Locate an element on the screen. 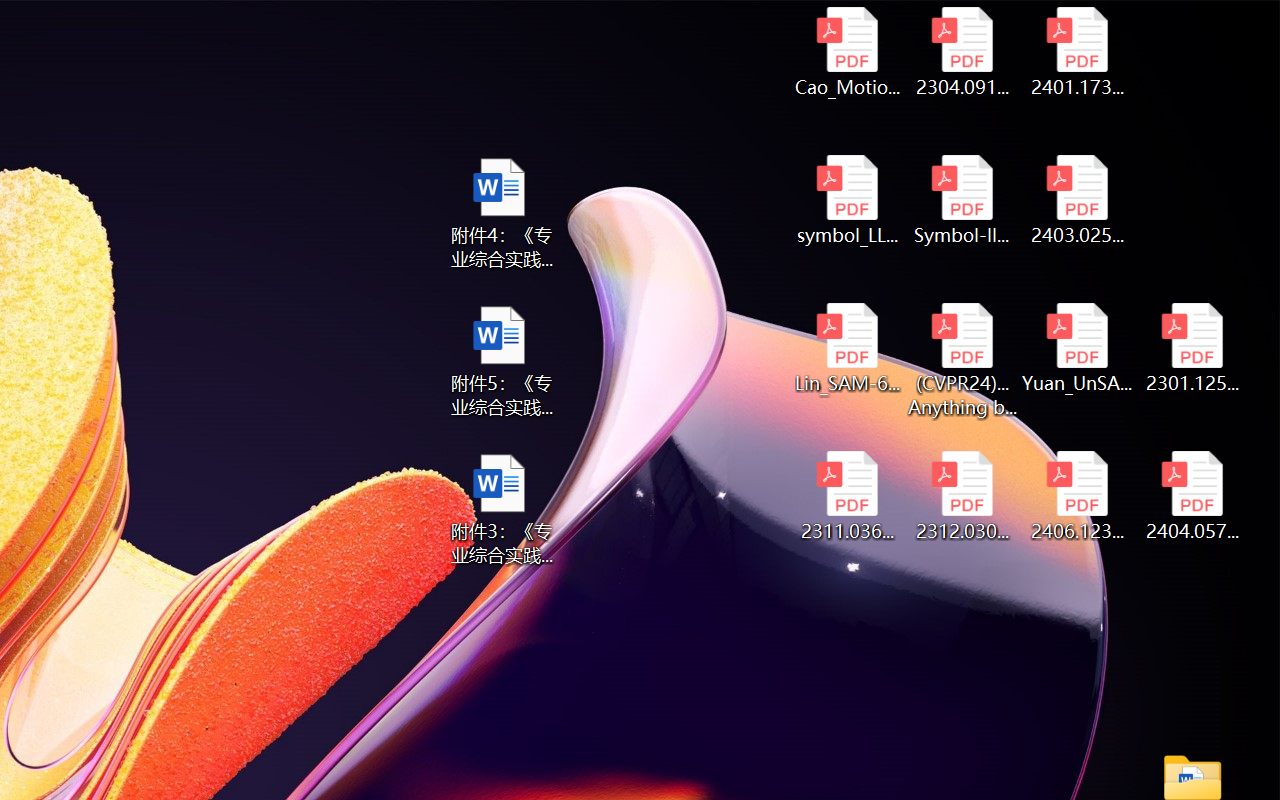 This screenshot has width=1280, height=800. 'symbol_LLM.pdf' is located at coordinates (847, 200).